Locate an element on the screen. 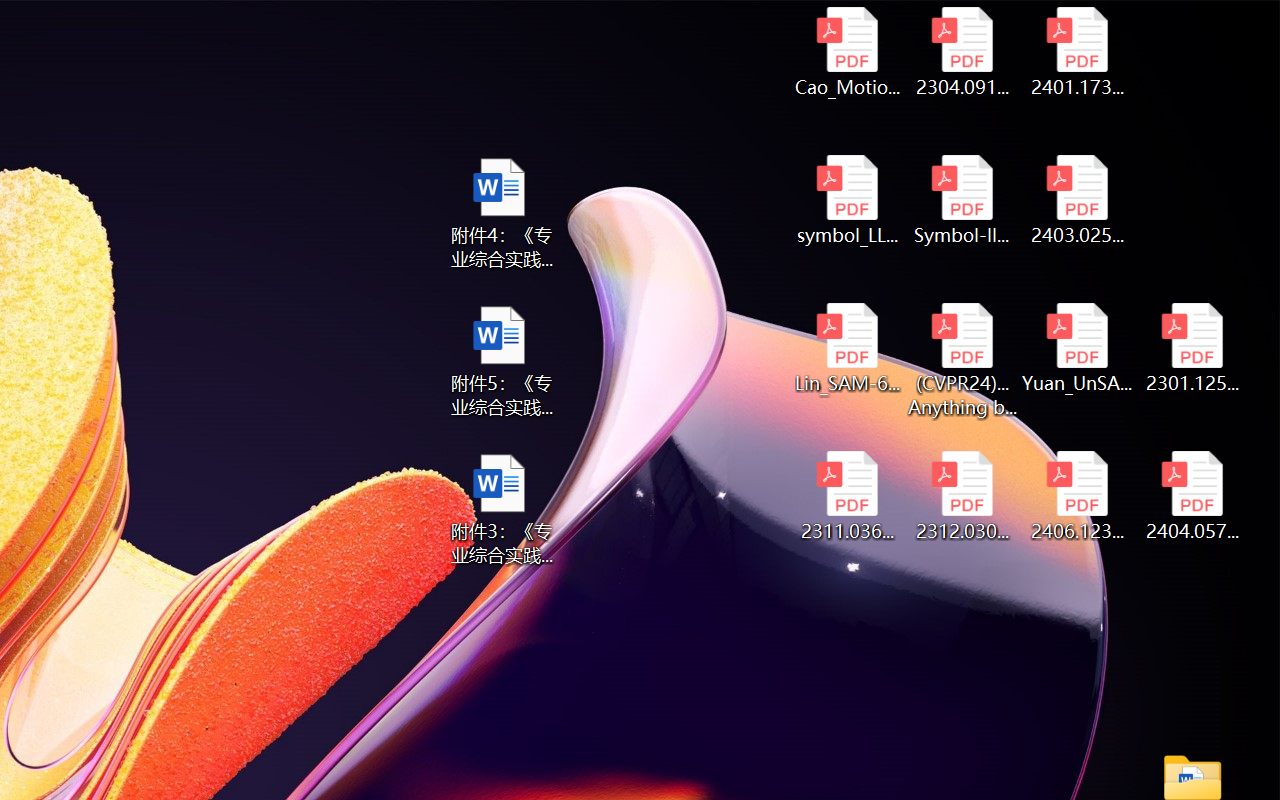 This screenshot has width=1280, height=800. 'symbol_LLM.pdf' is located at coordinates (847, 200).